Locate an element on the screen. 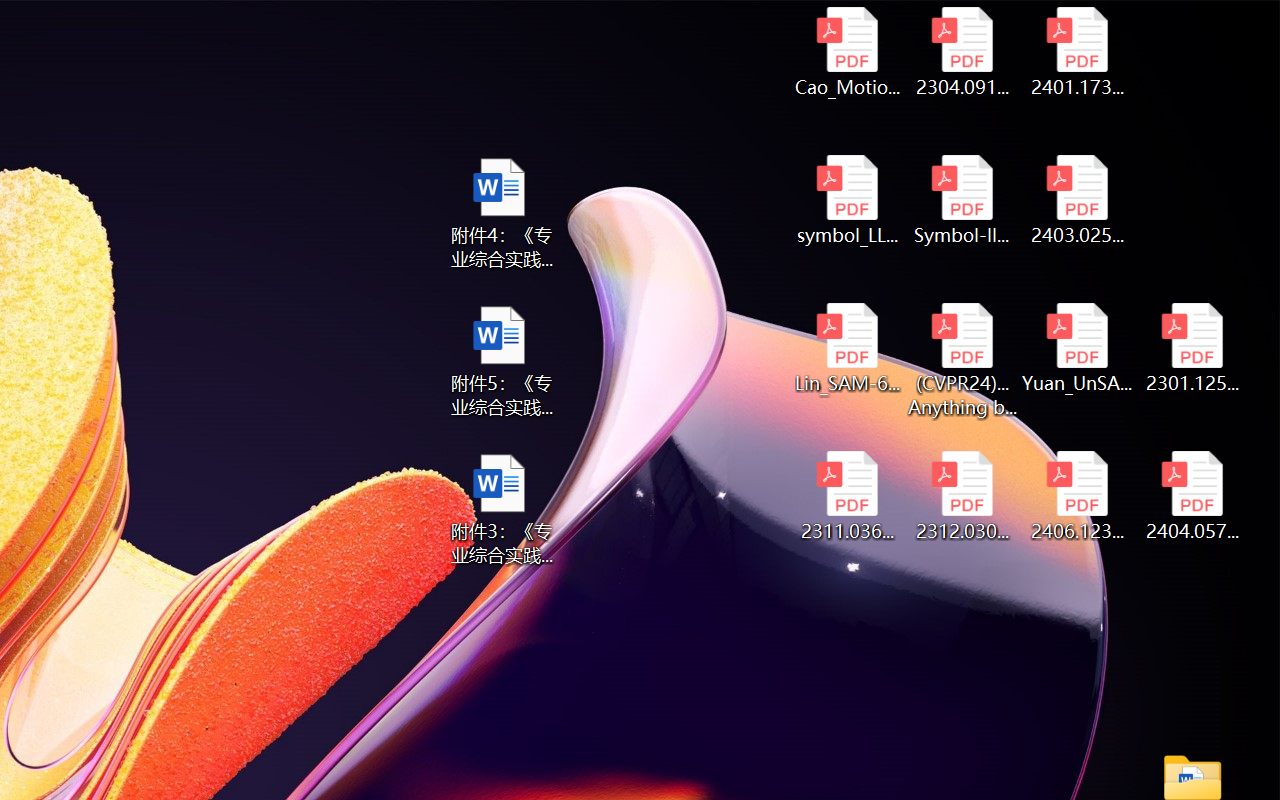 This screenshot has width=1280, height=800. 'symbol_LLM.pdf' is located at coordinates (847, 200).